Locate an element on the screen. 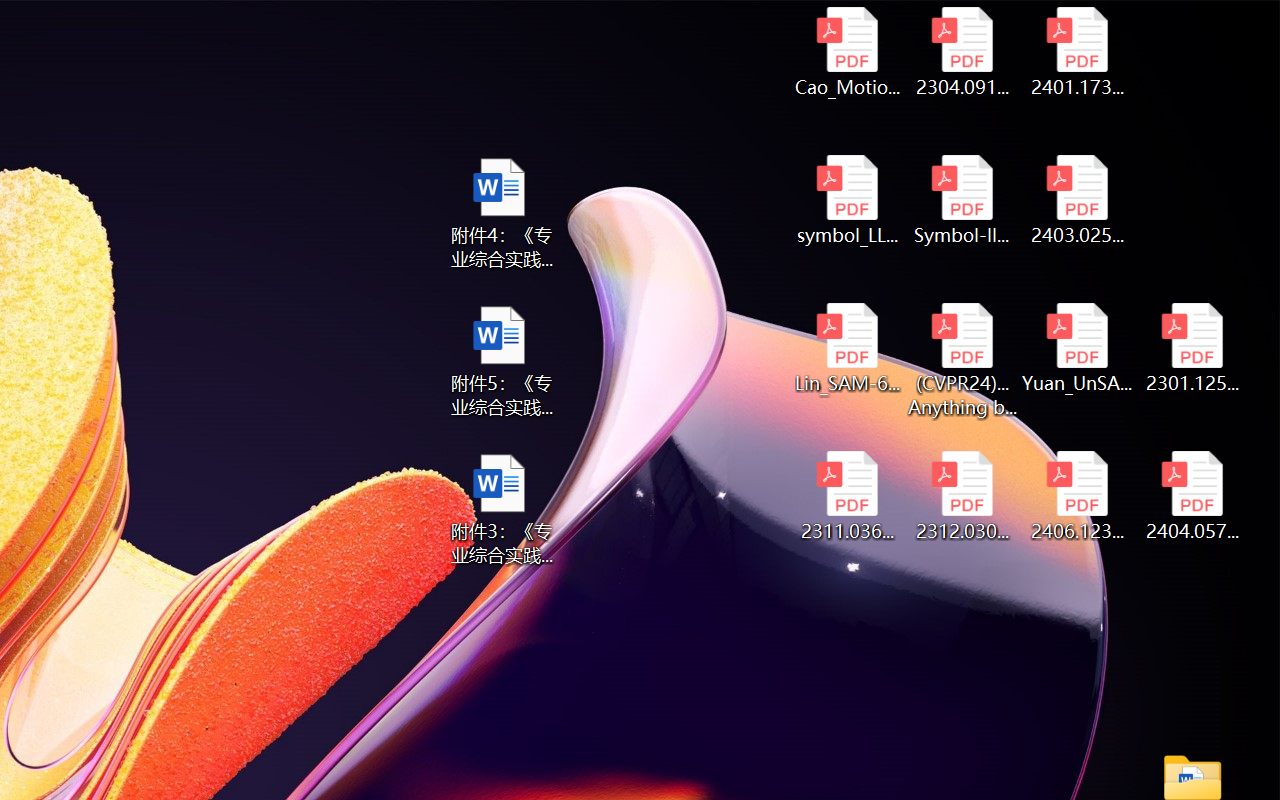 This screenshot has width=1280, height=800. 'symbol_LLM.pdf' is located at coordinates (847, 200).